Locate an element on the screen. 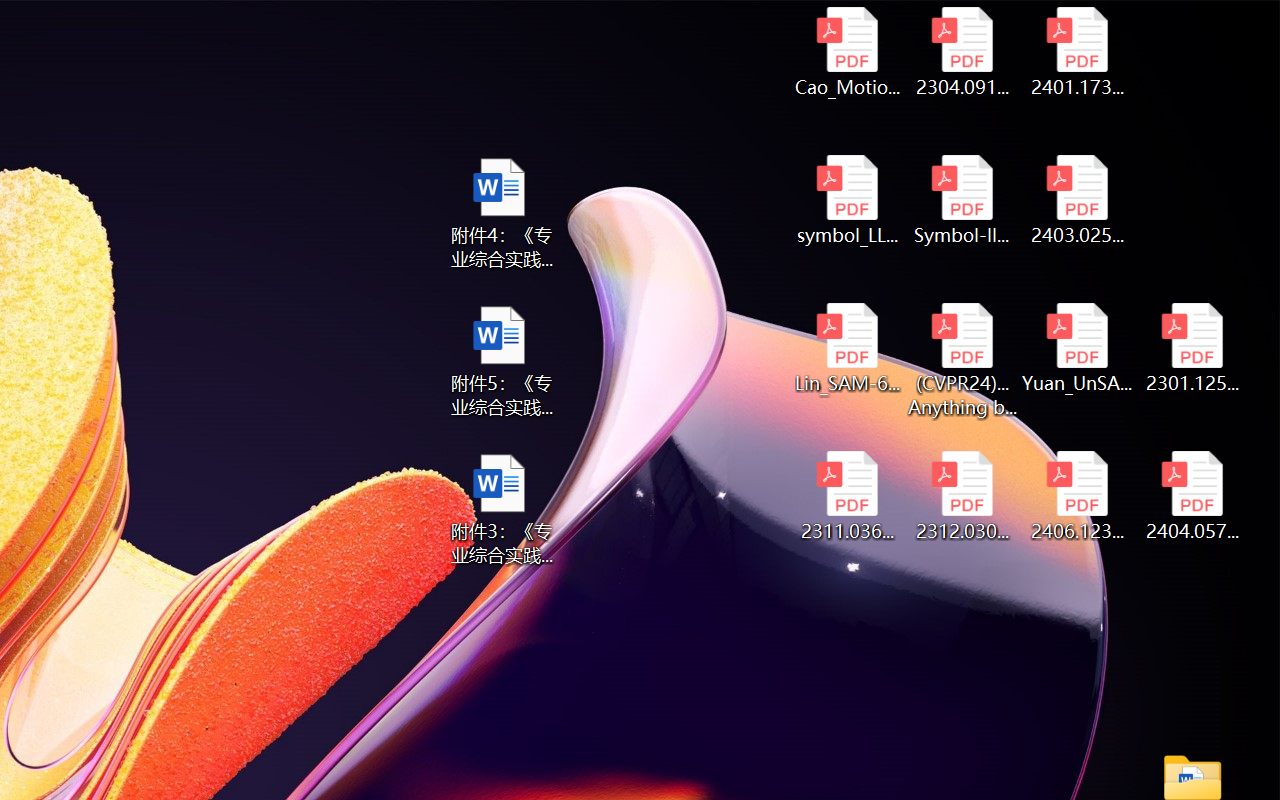 This screenshot has width=1280, height=800. 'symbol_LLM.pdf' is located at coordinates (847, 200).